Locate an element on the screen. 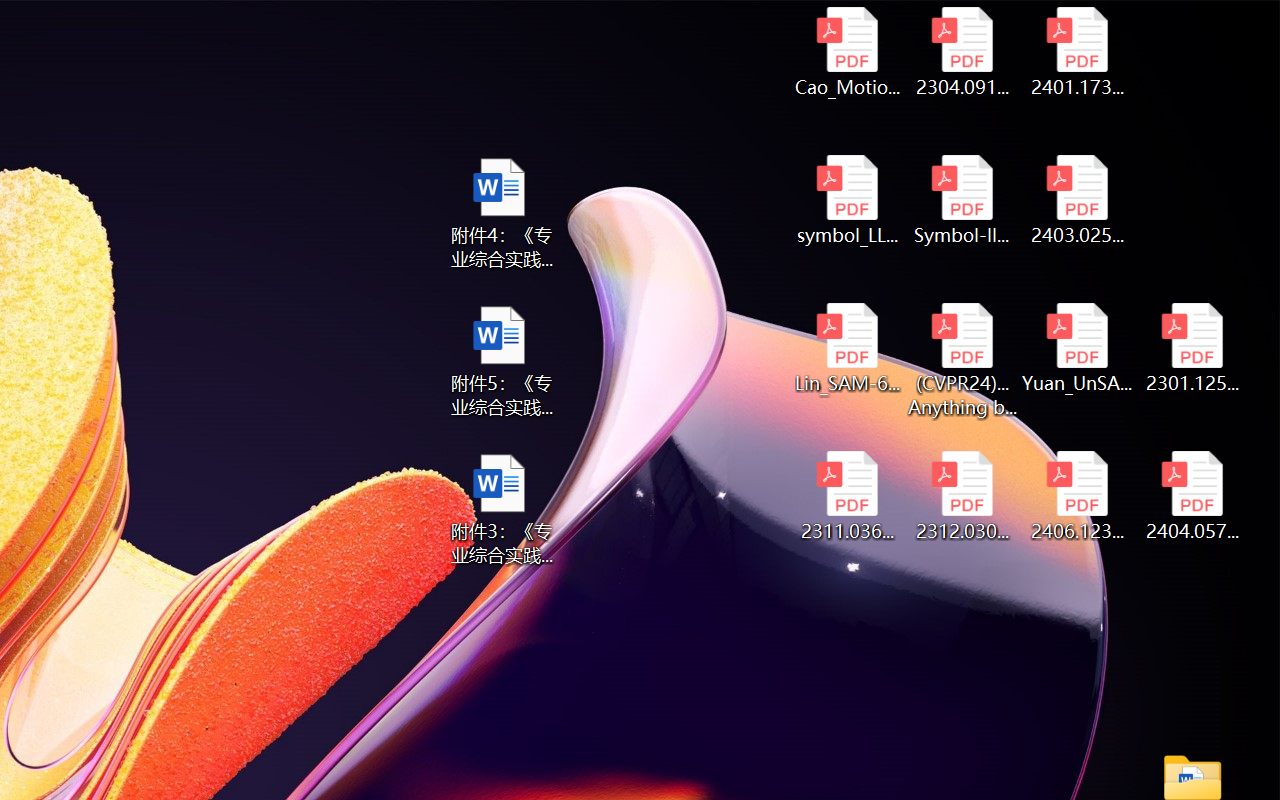 This screenshot has width=1280, height=800. 'symbol_LLM.pdf' is located at coordinates (847, 200).